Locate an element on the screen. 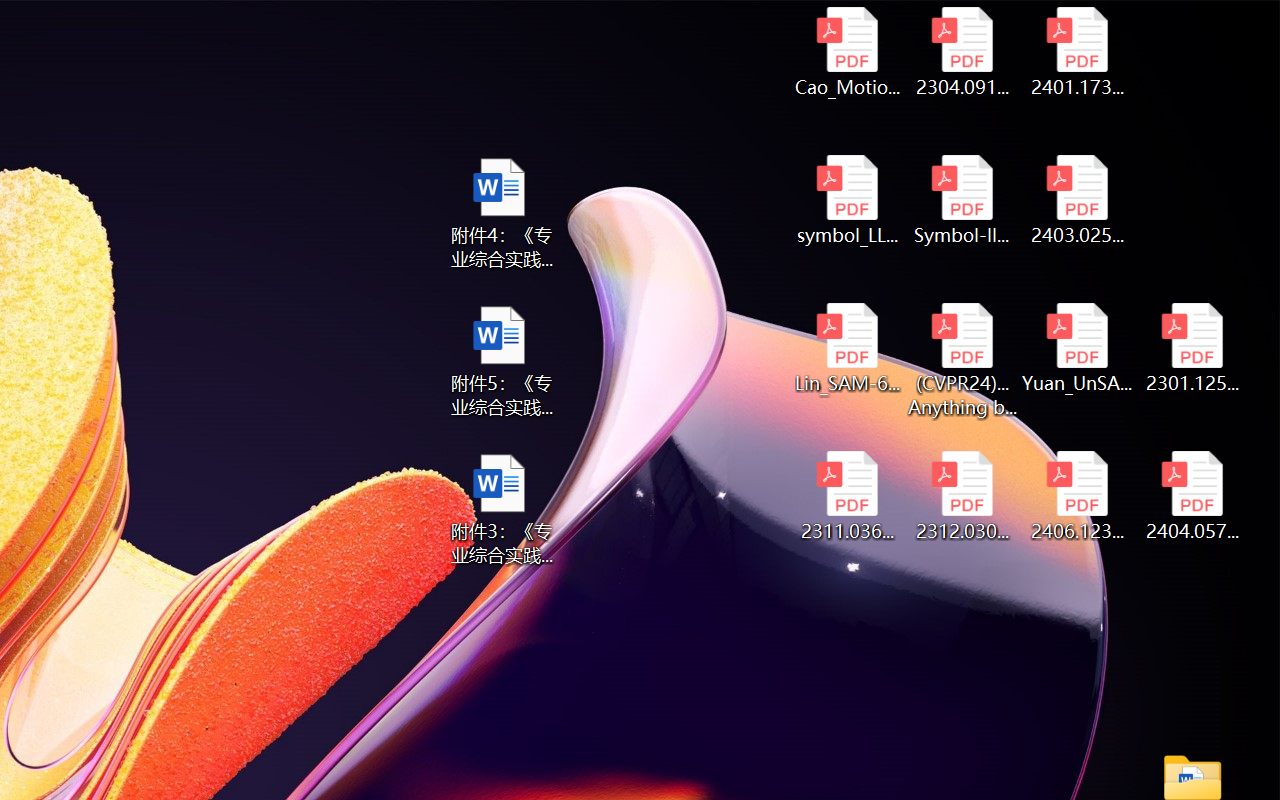 This screenshot has width=1280, height=800. 'symbol_LLM.pdf' is located at coordinates (847, 200).